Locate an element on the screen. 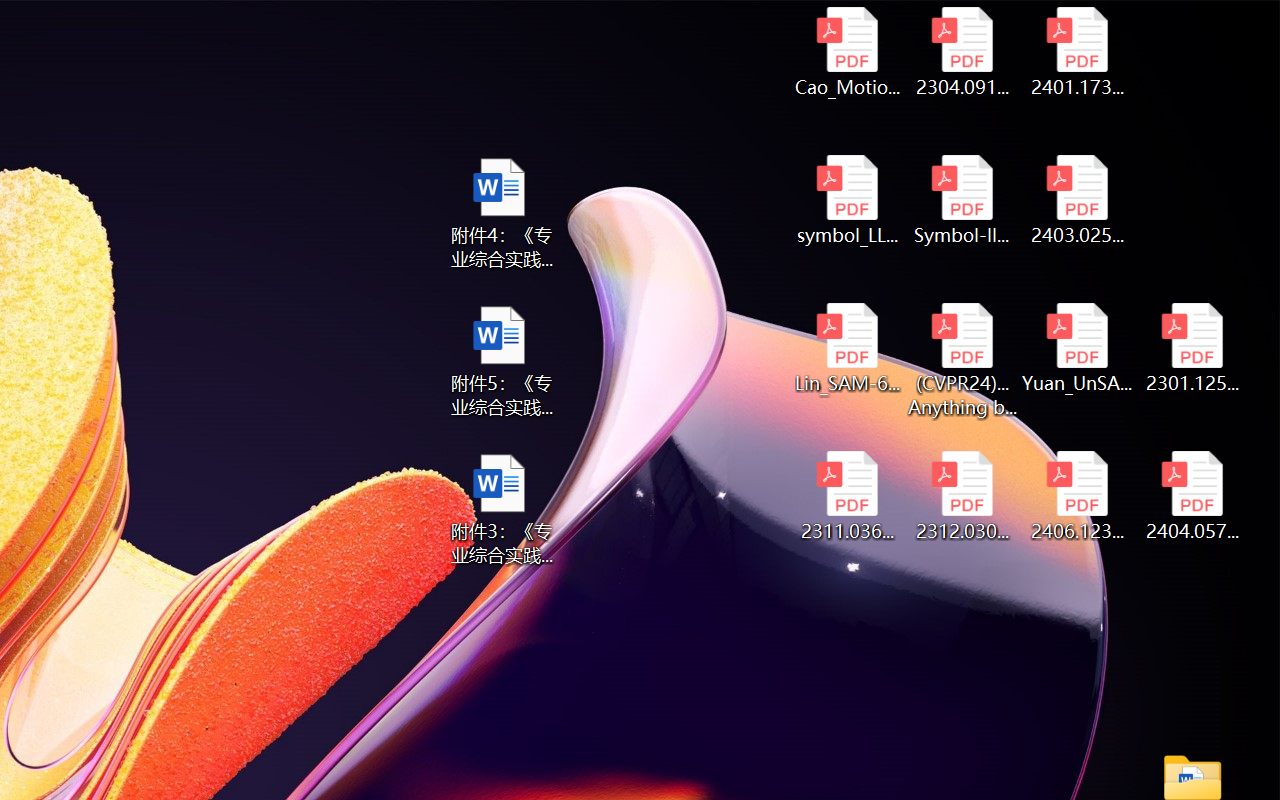 This screenshot has width=1280, height=800. 'symbol_LLM.pdf' is located at coordinates (847, 200).